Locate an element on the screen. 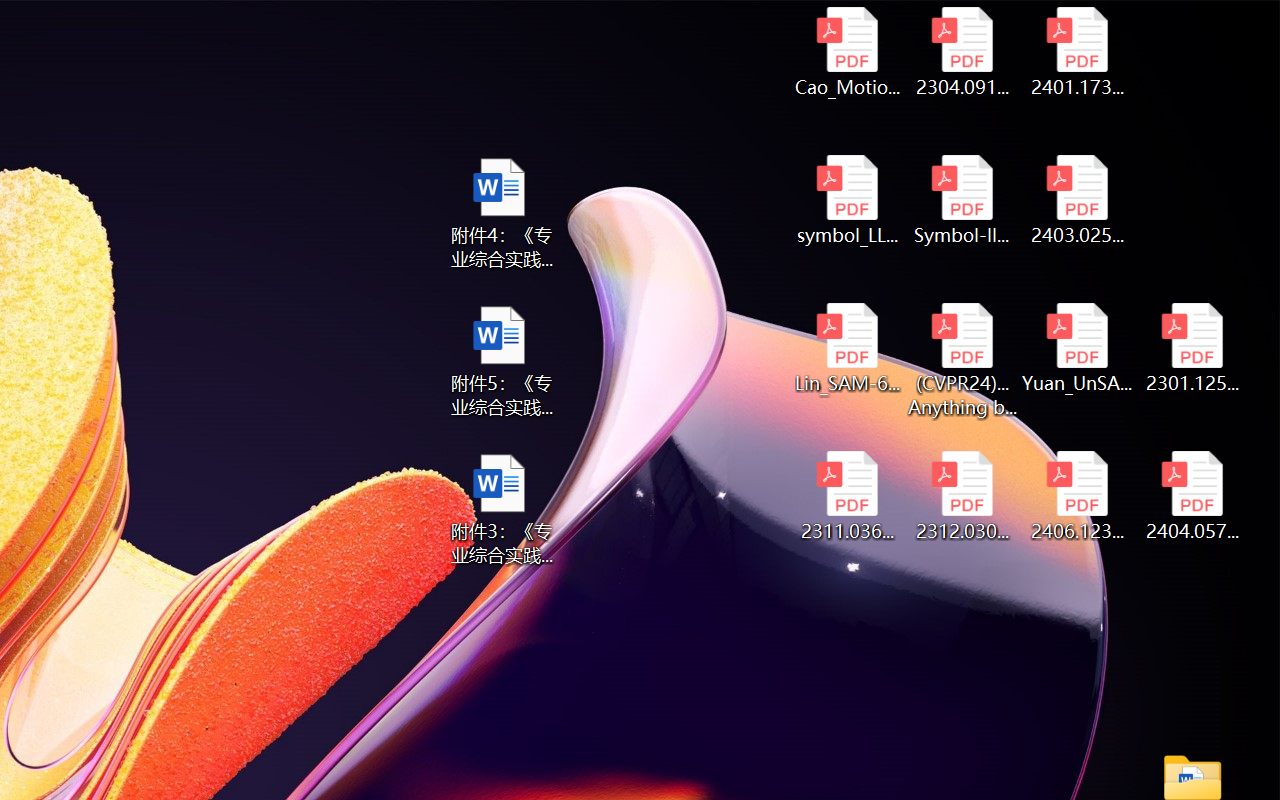 This screenshot has width=1280, height=800. 'symbol_LLM.pdf' is located at coordinates (847, 200).